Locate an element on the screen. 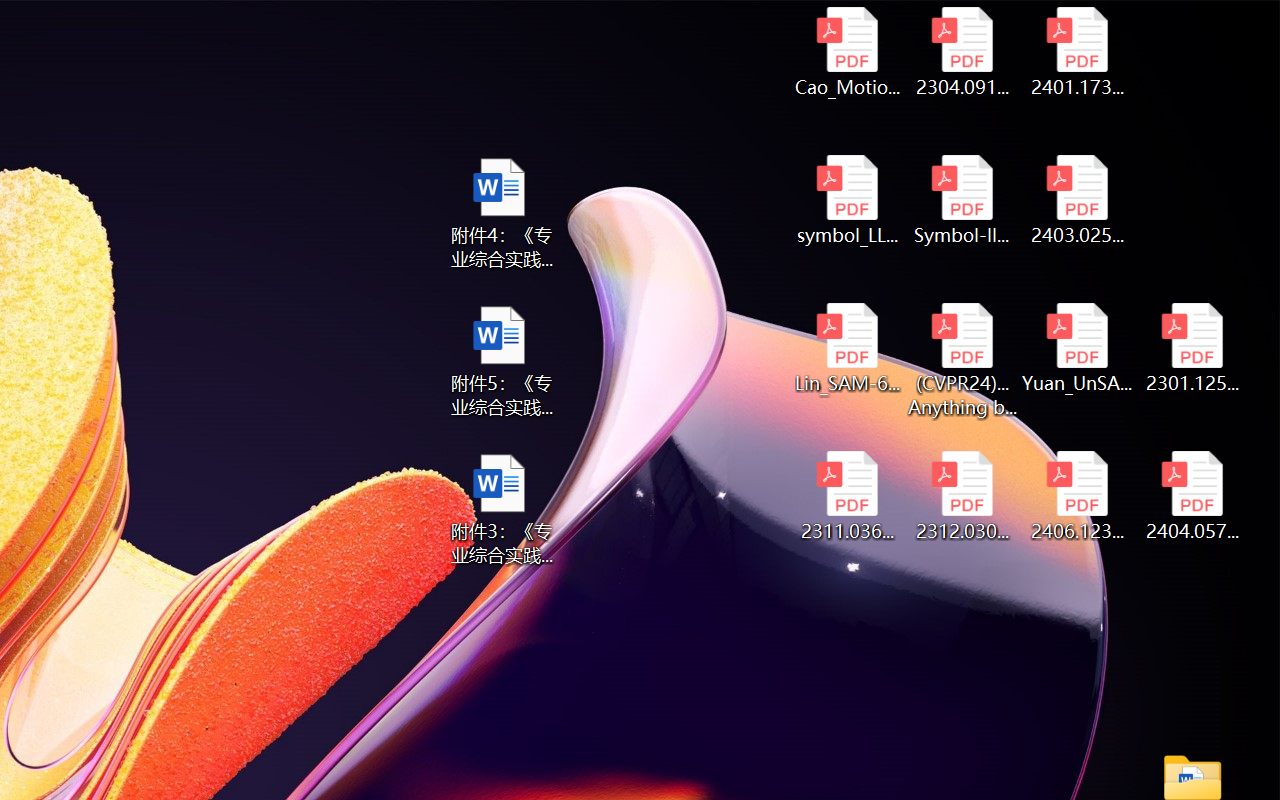 This screenshot has width=1280, height=800. 'symbol_LLM.pdf' is located at coordinates (847, 200).